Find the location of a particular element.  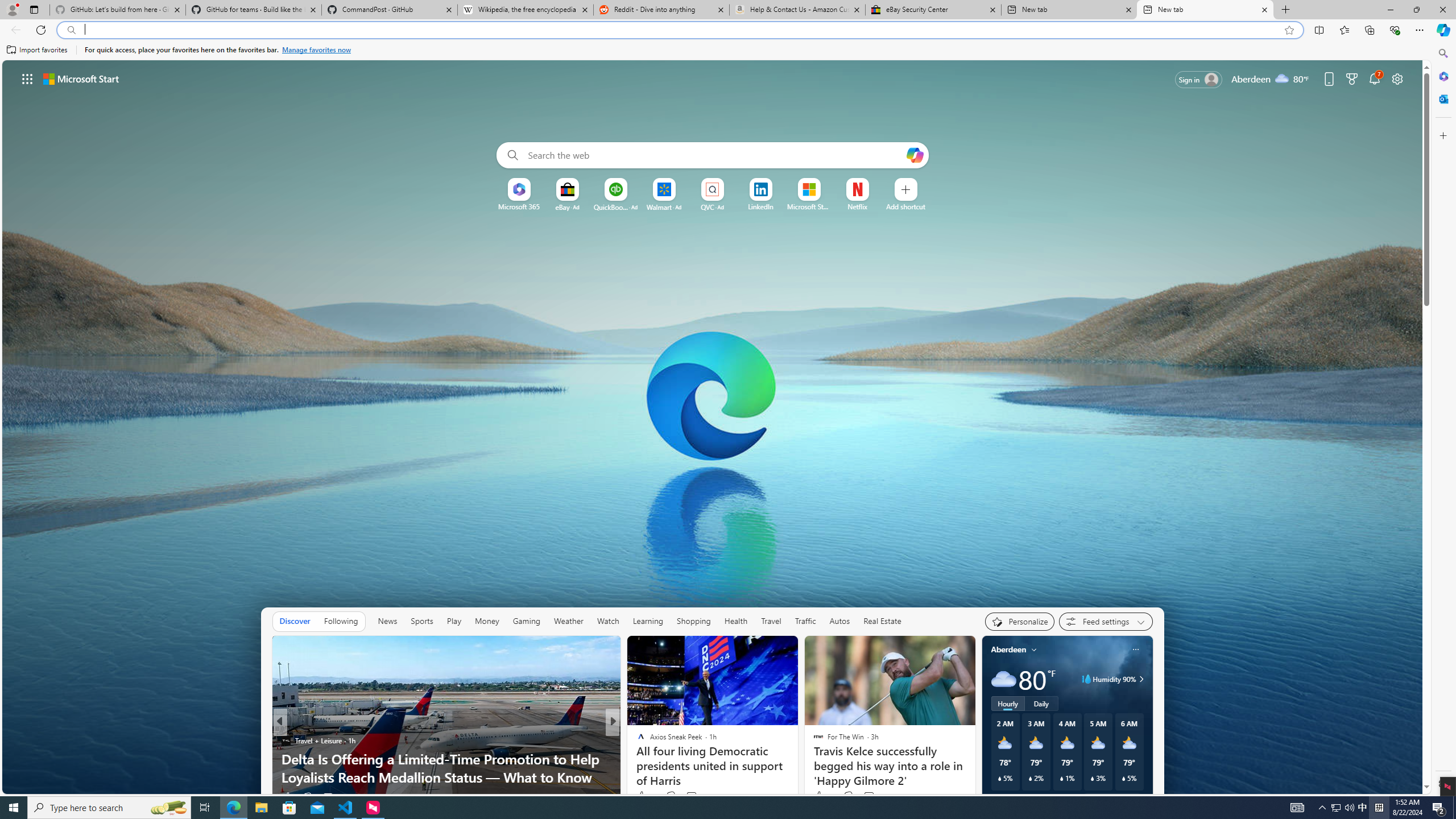

'Autos' is located at coordinates (839, 621).